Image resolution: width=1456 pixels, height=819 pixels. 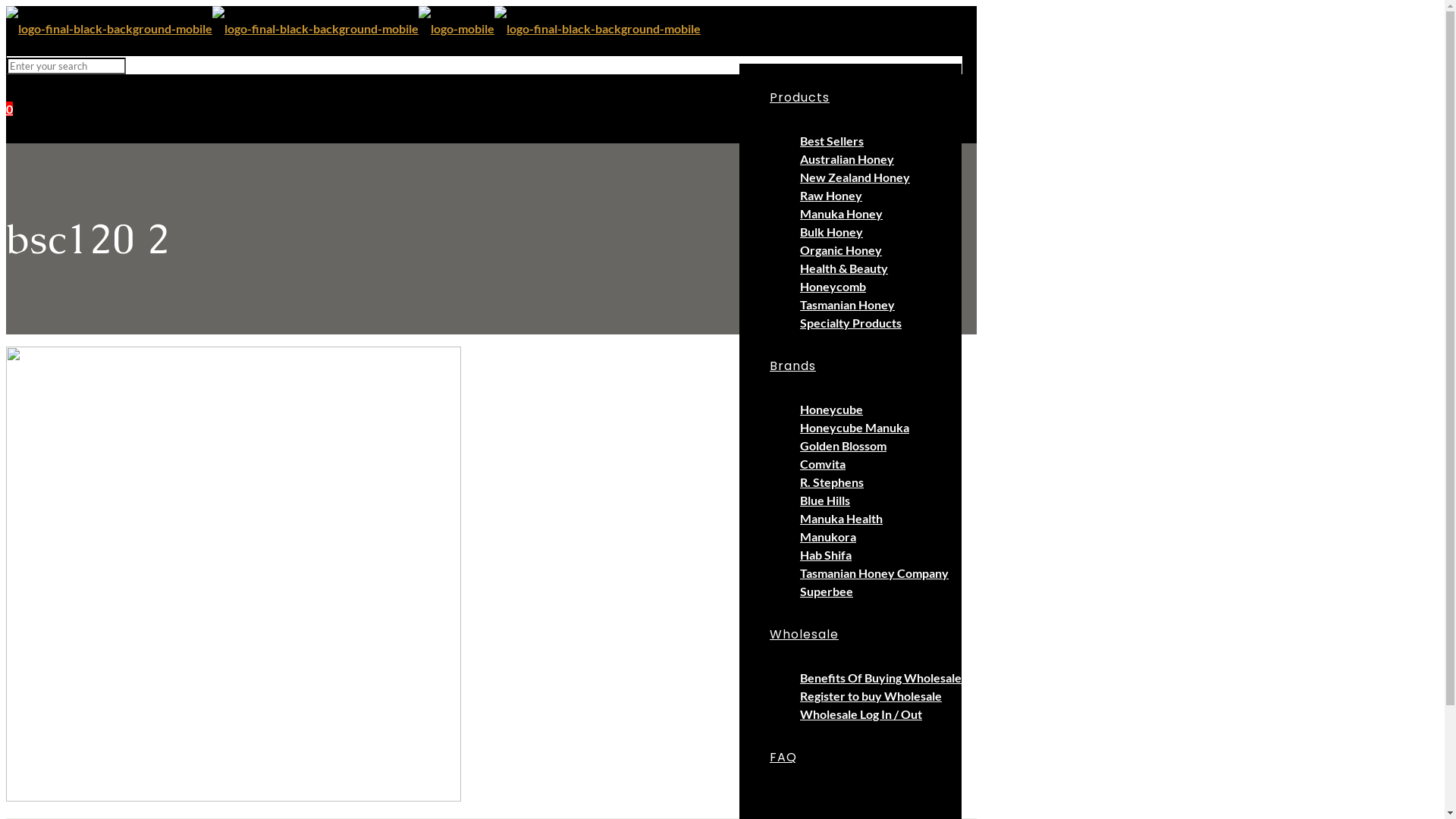 What do you see at coordinates (825, 590) in the screenshot?
I see `'Superbee'` at bounding box center [825, 590].